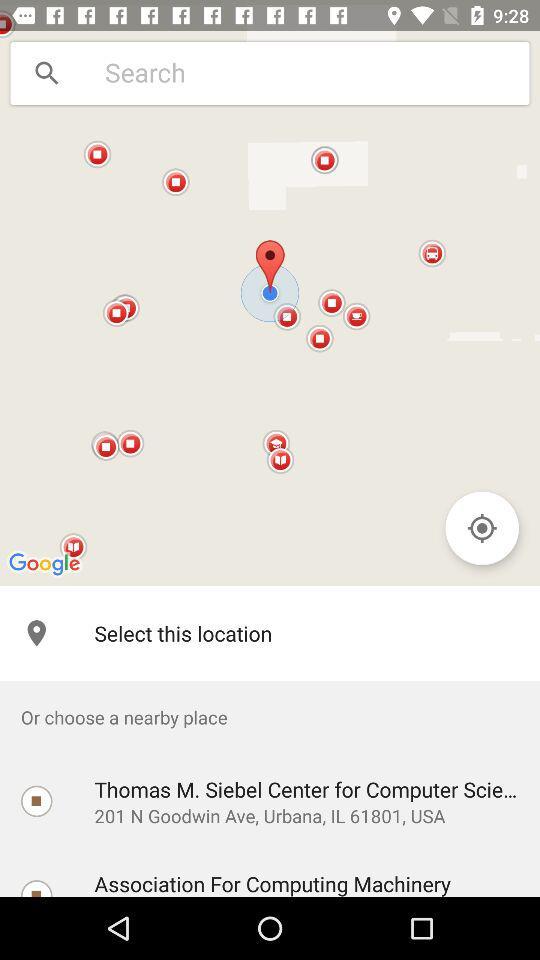  Describe the element at coordinates (481, 527) in the screenshot. I see `the location_crosshair icon` at that location.